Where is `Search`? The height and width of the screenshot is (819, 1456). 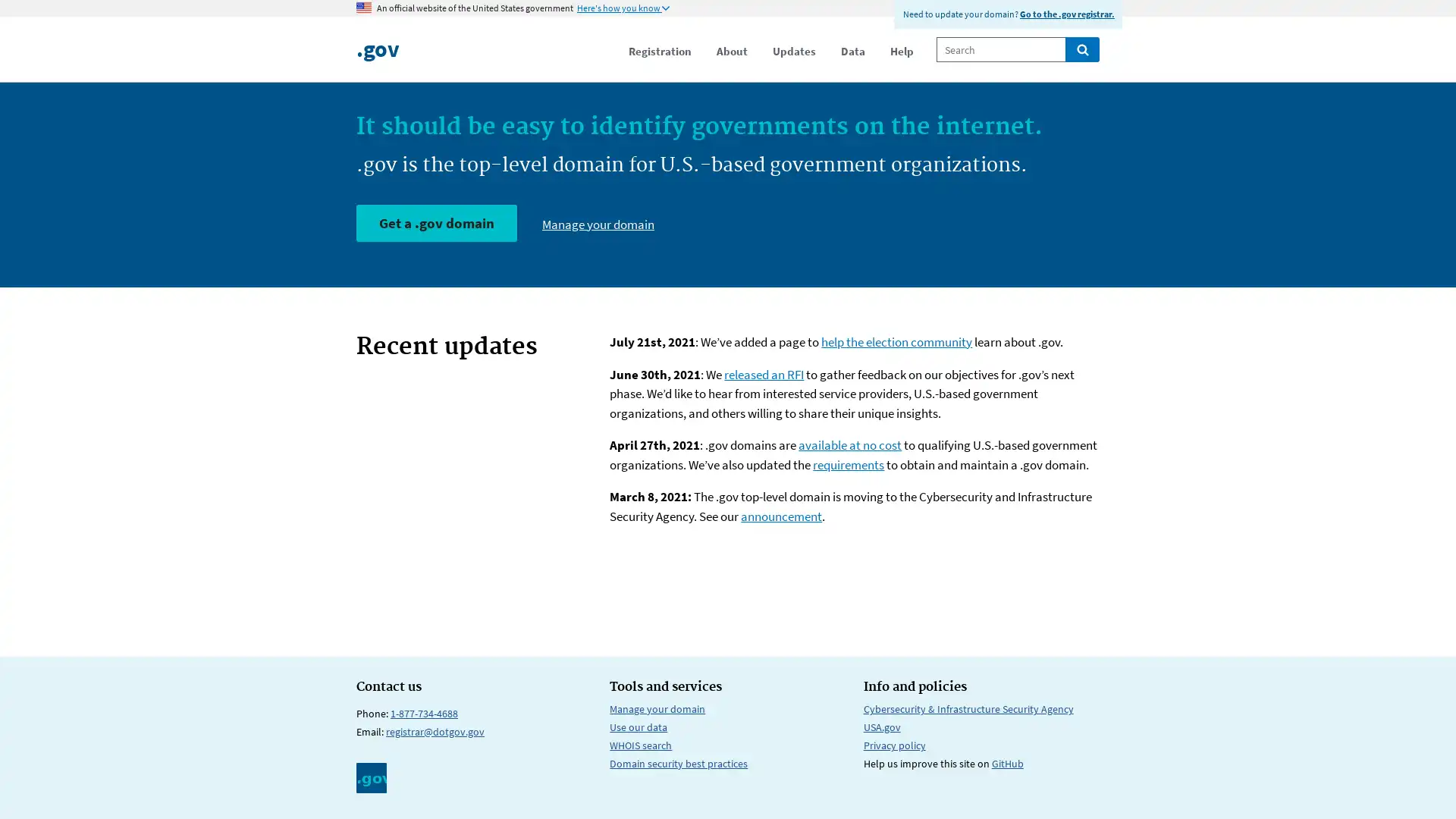 Search is located at coordinates (1081, 49).